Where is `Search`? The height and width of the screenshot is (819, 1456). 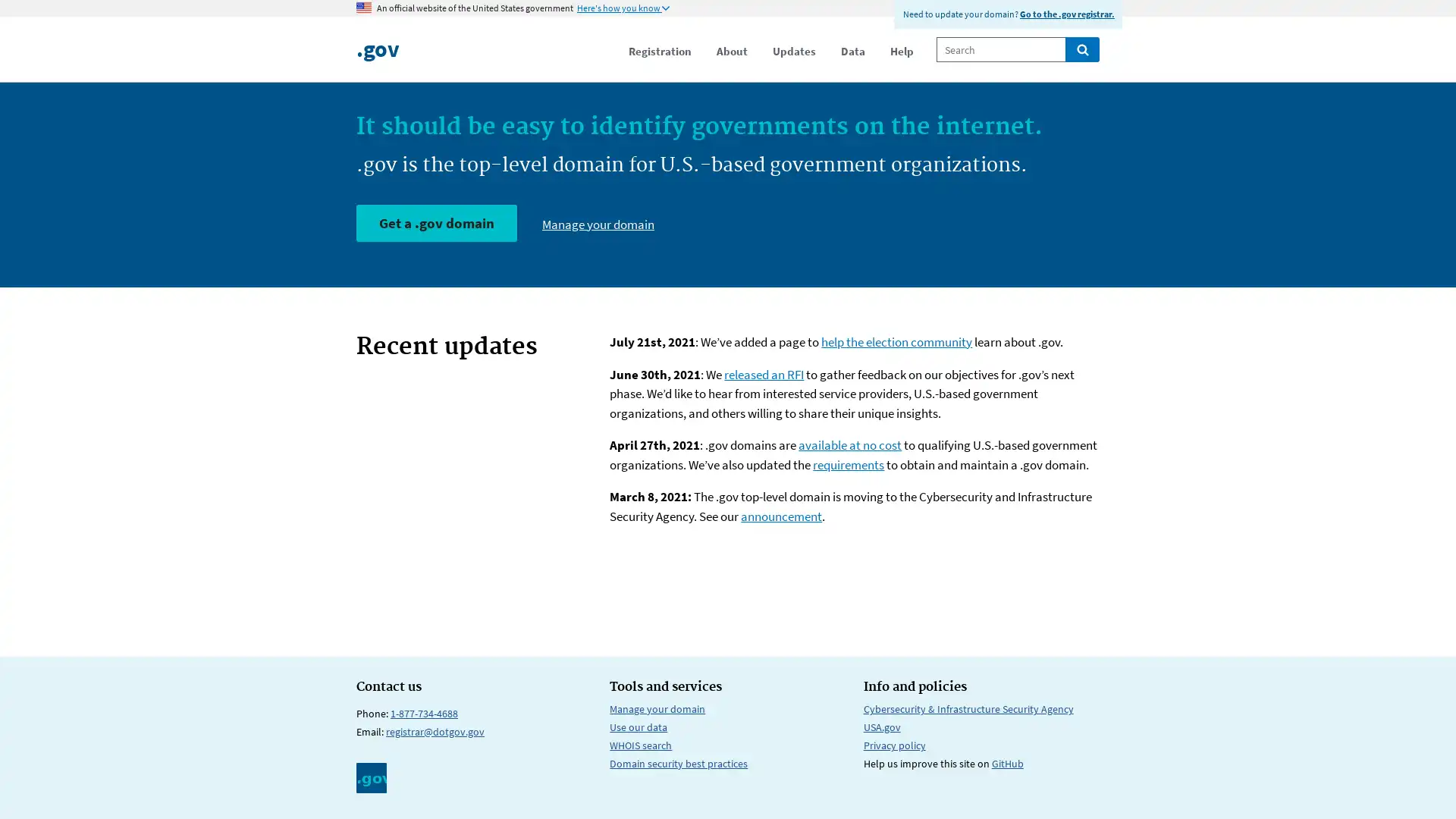 Search is located at coordinates (1081, 49).